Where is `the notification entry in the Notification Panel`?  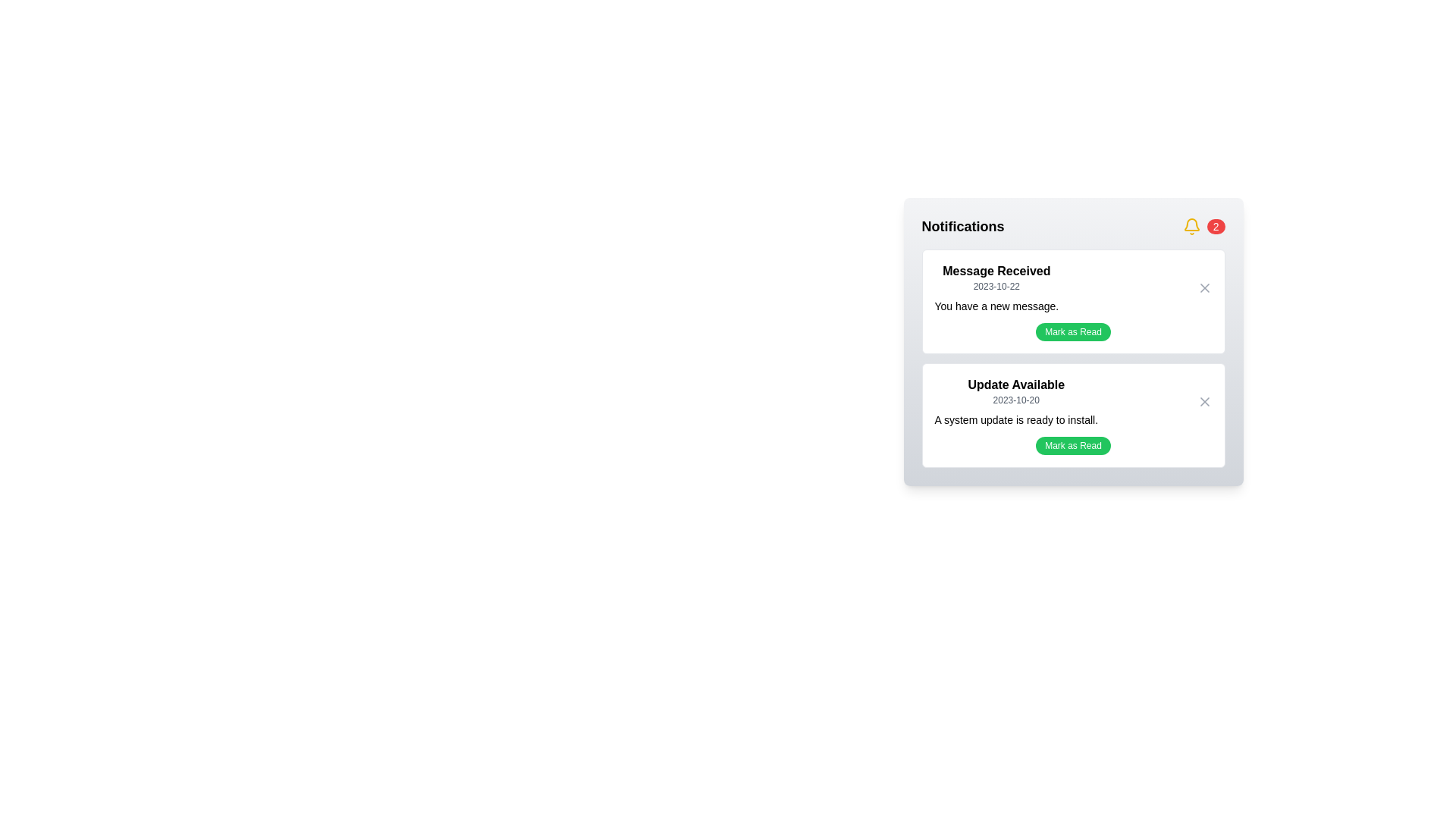 the notification entry in the Notification Panel is located at coordinates (1072, 342).